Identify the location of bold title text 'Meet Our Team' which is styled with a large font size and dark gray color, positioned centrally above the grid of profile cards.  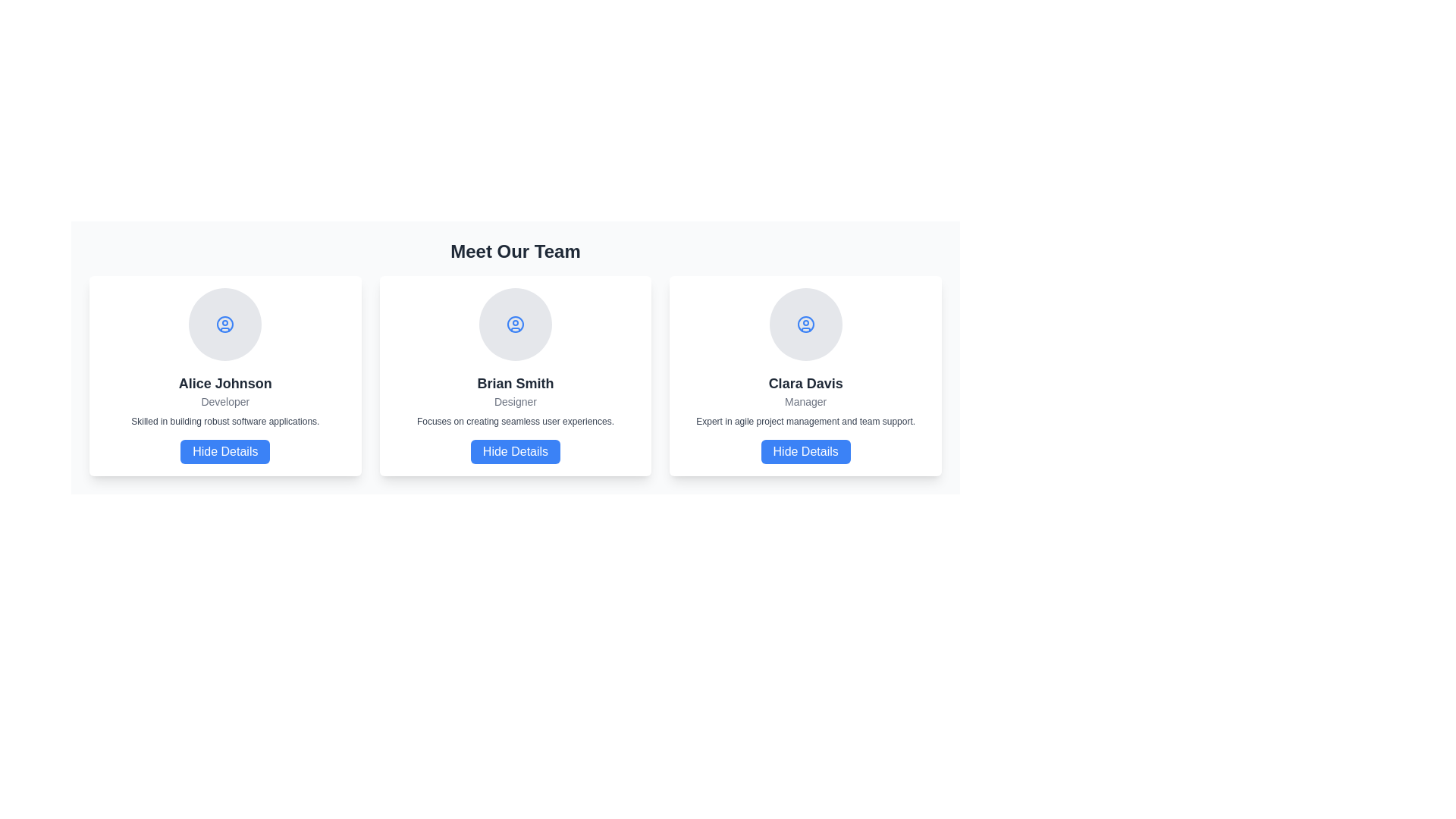
(516, 250).